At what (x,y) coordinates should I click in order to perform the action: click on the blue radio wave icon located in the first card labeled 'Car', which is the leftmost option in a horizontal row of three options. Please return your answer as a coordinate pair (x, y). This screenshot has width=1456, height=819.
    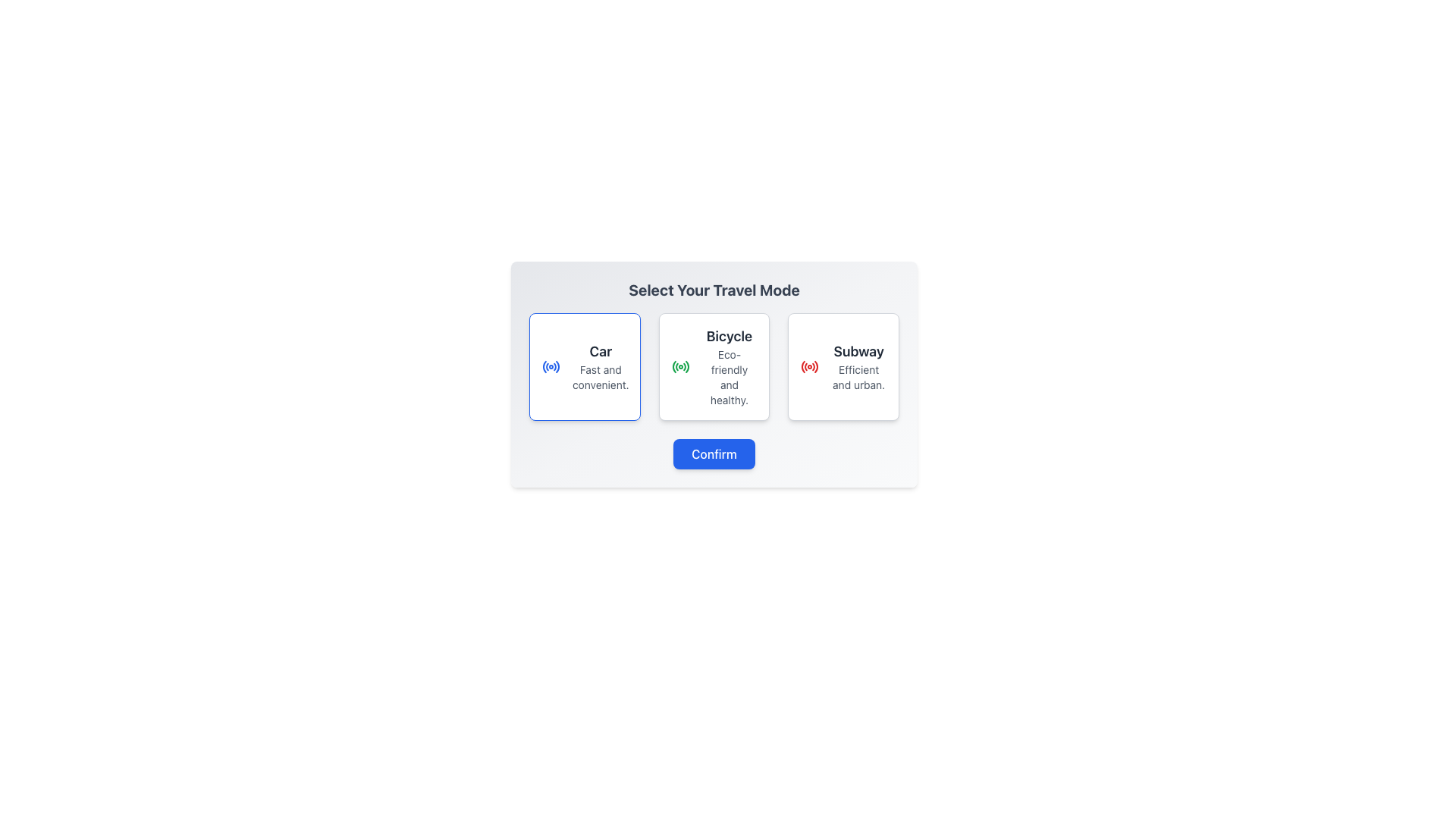
    Looking at the image, I should click on (550, 366).